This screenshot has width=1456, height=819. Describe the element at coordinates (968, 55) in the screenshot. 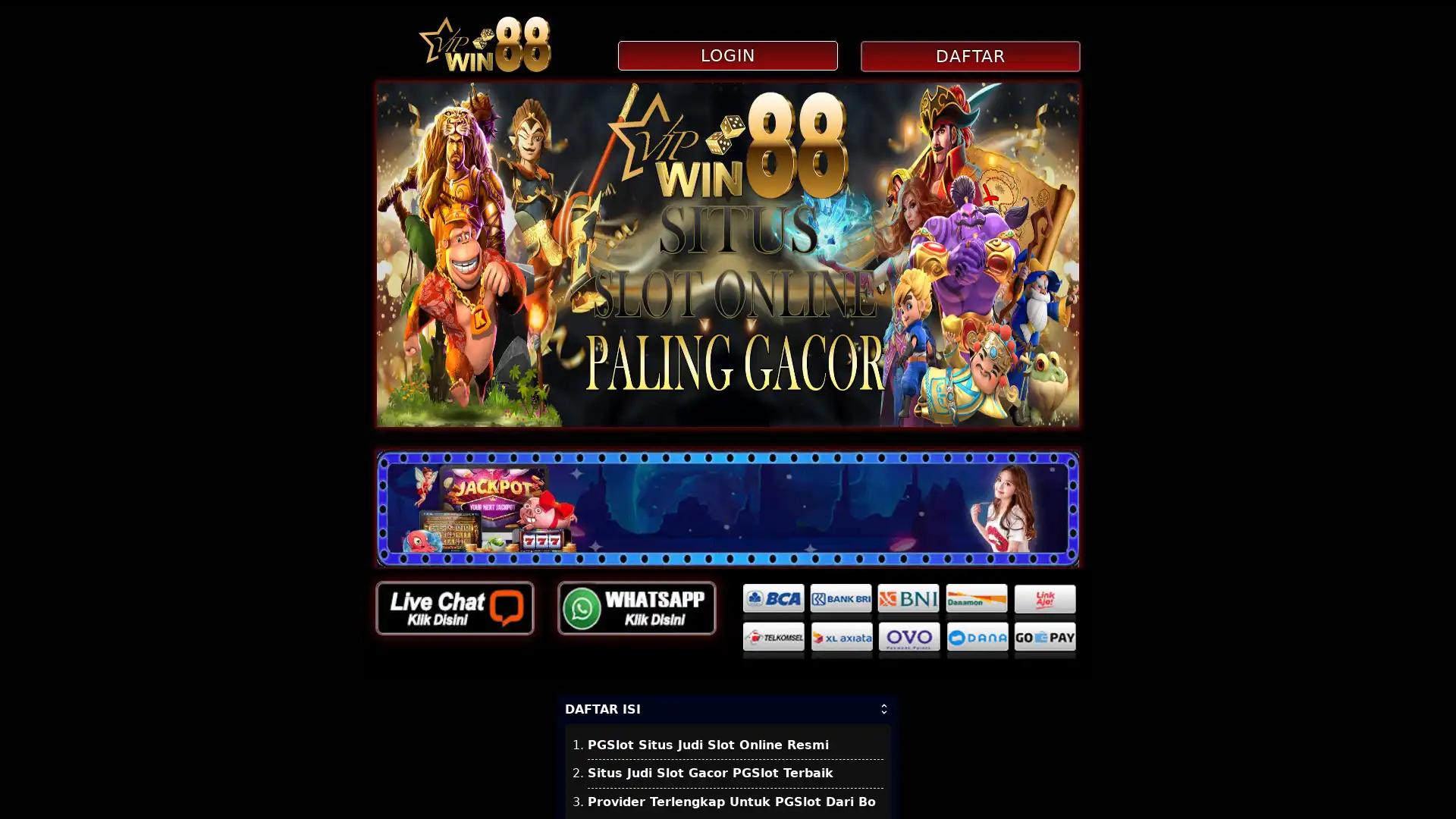

I see `DAFTAR` at that location.